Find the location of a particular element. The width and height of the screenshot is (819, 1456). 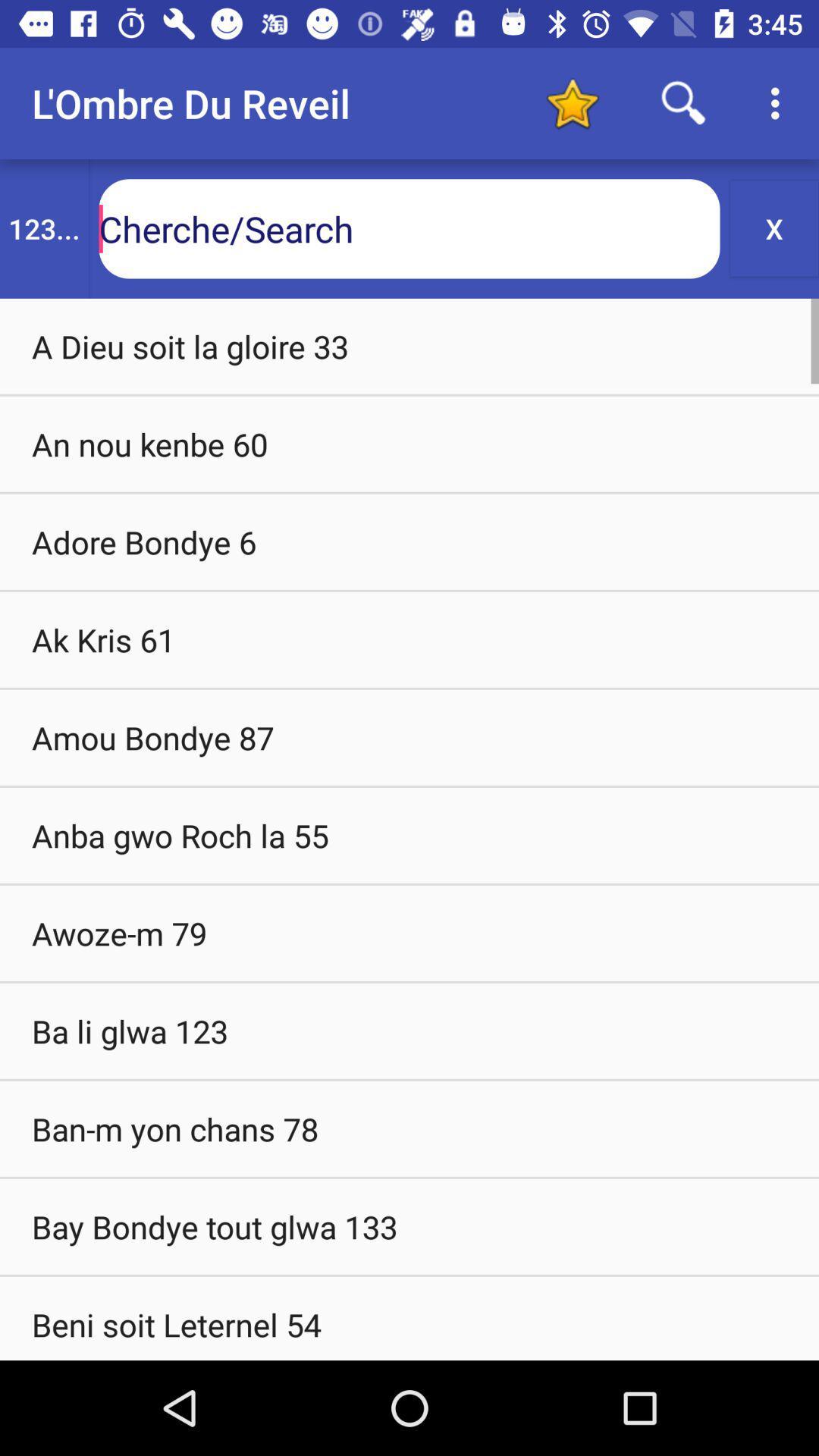

x is located at coordinates (774, 227).